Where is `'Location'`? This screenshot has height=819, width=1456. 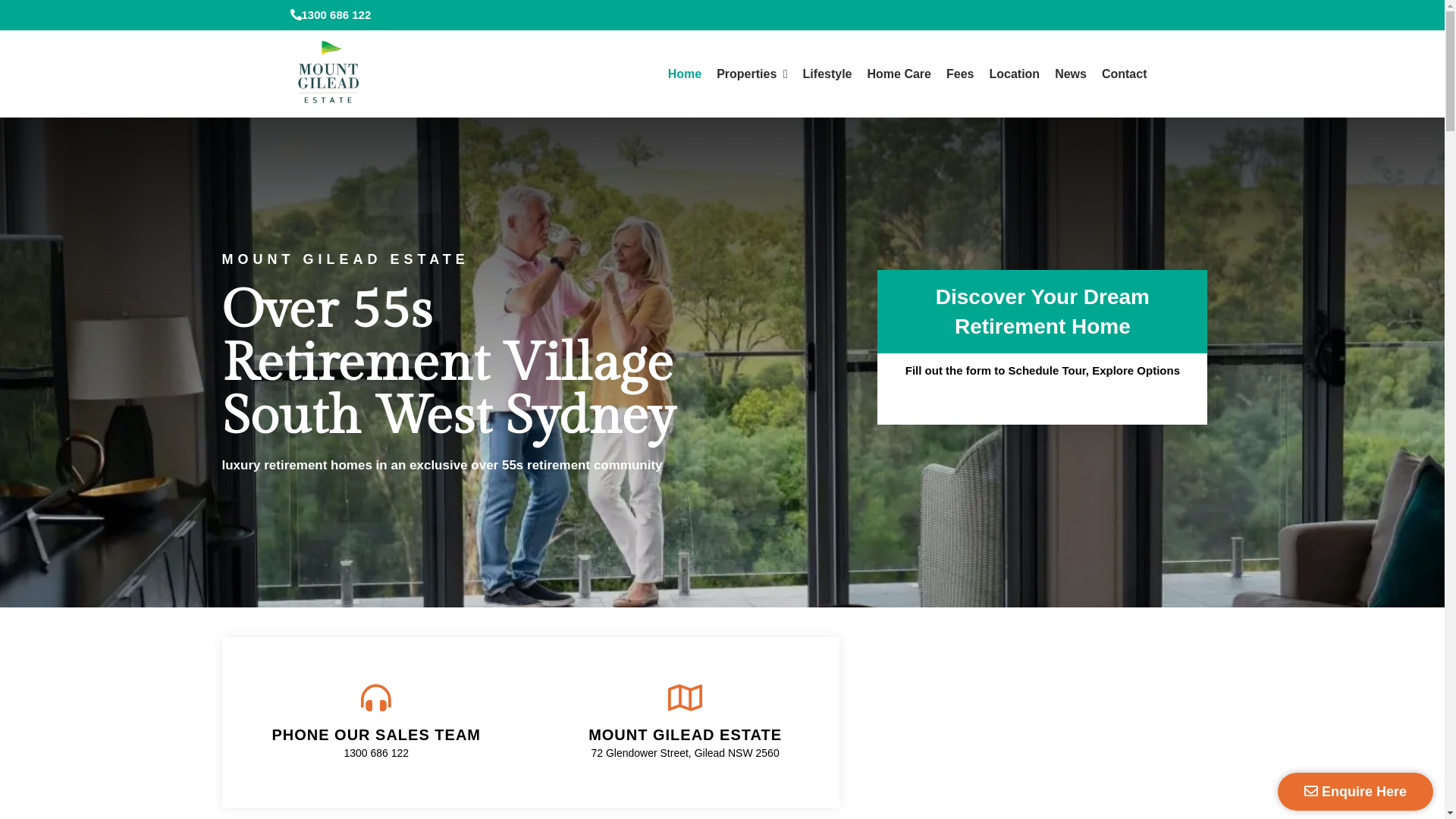 'Location' is located at coordinates (1014, 74).